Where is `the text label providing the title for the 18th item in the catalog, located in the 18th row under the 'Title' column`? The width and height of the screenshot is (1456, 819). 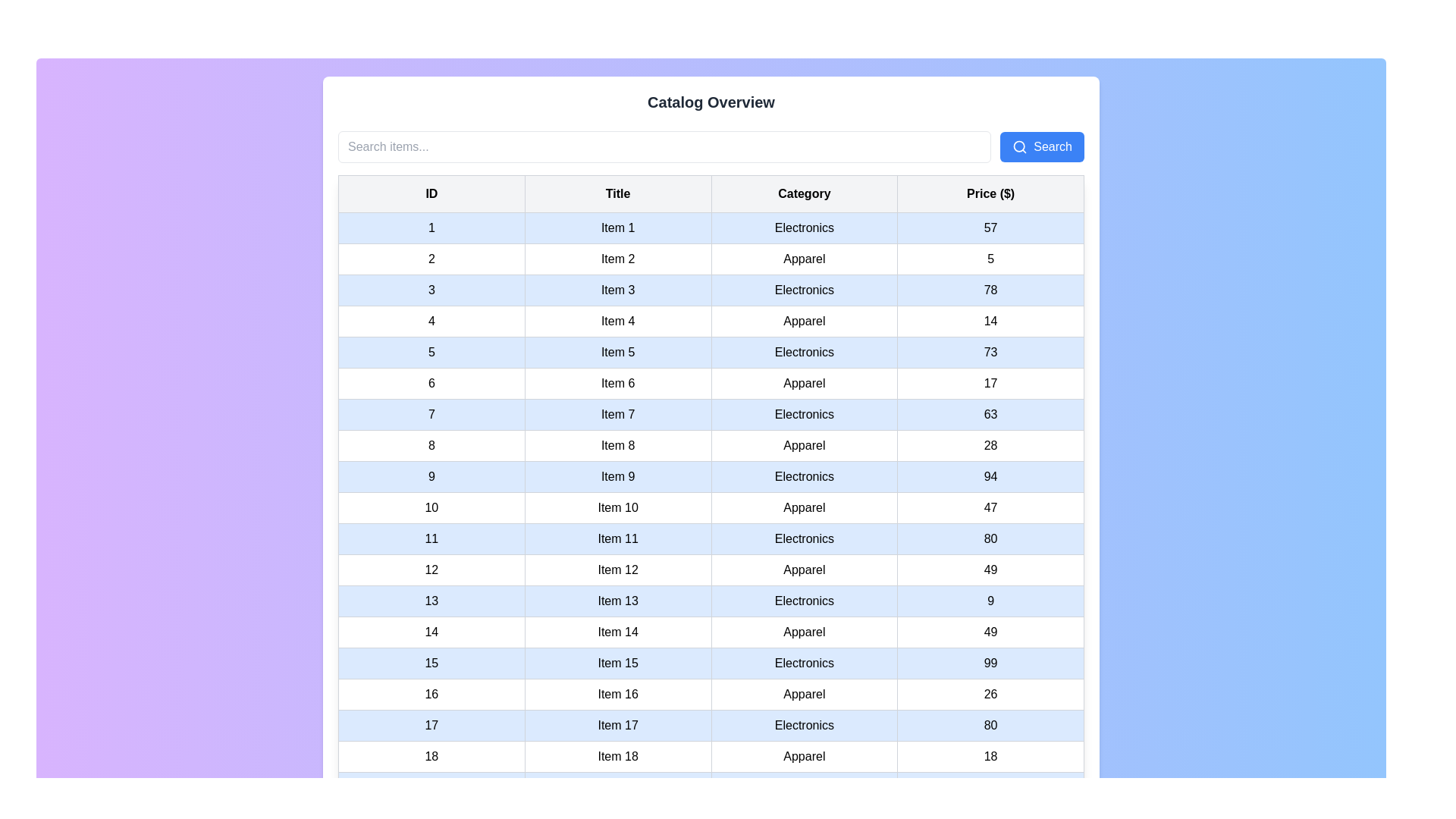 the text label providing the title for the 18th item in the catalog, located in the 18th row under the 'Title' column is located at coordinates (618, 757).